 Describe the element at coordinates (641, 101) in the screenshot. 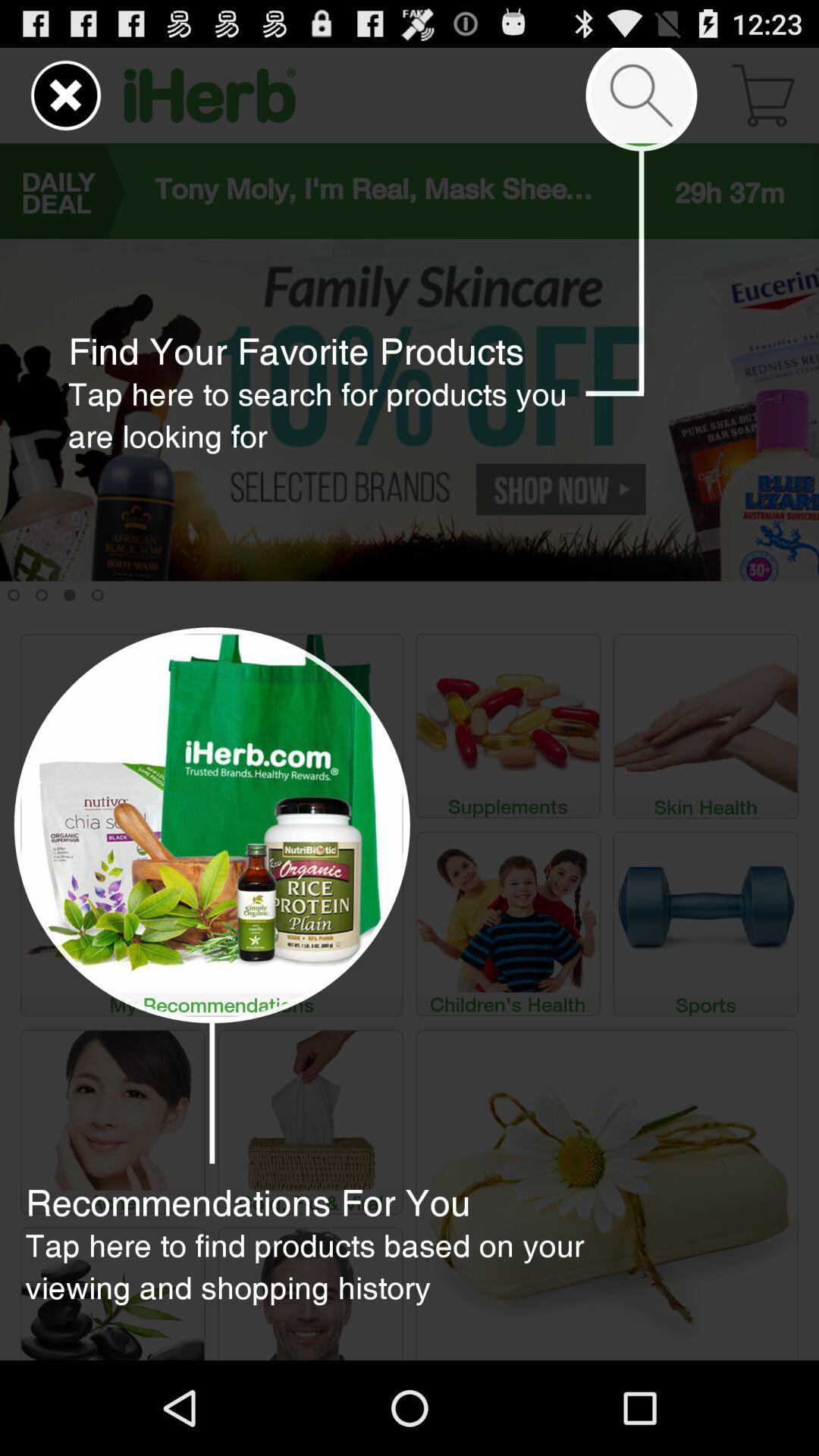

I see `the search icon` at that location.